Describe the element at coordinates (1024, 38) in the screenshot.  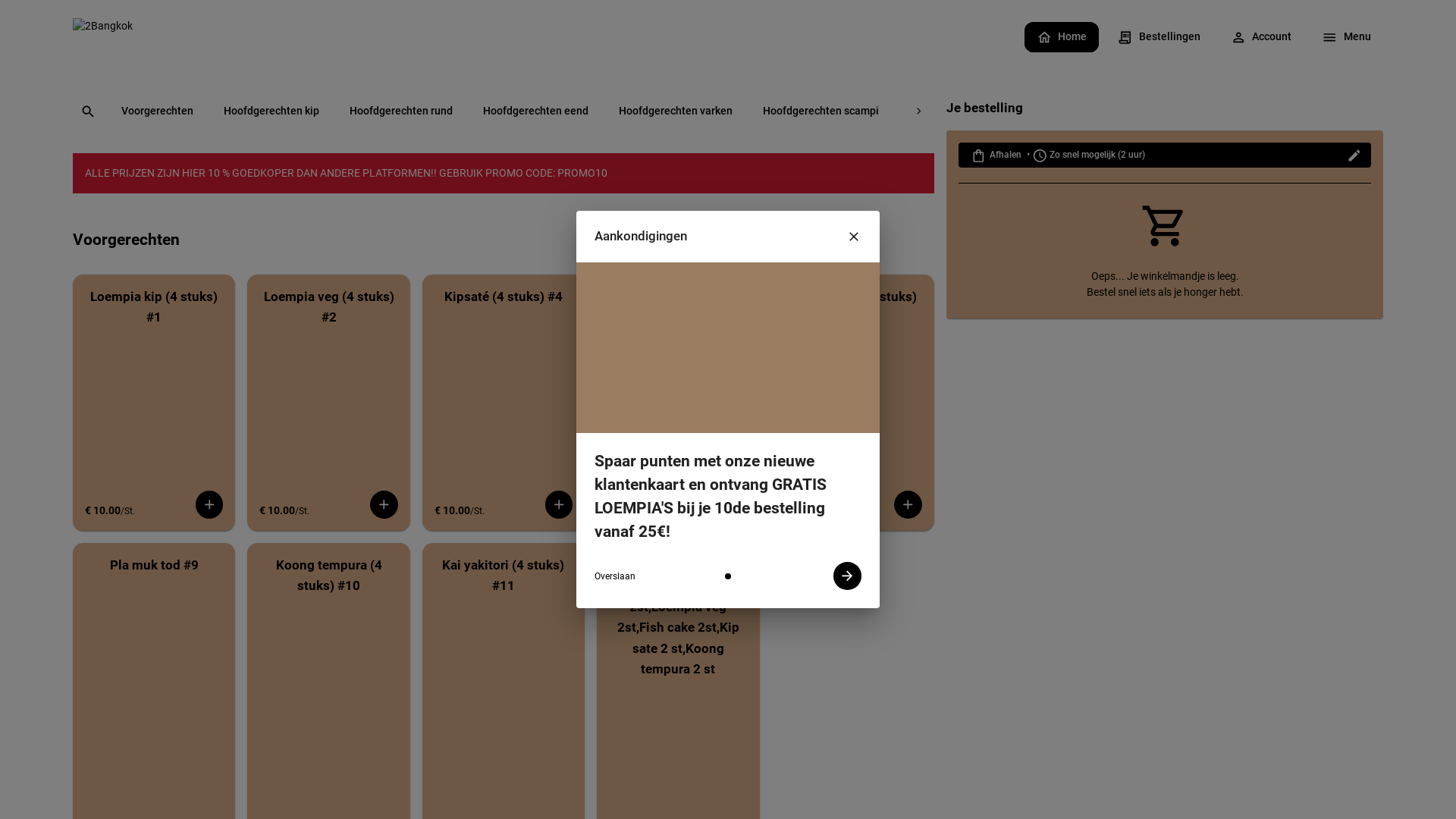
I see `'Home'` at that location.